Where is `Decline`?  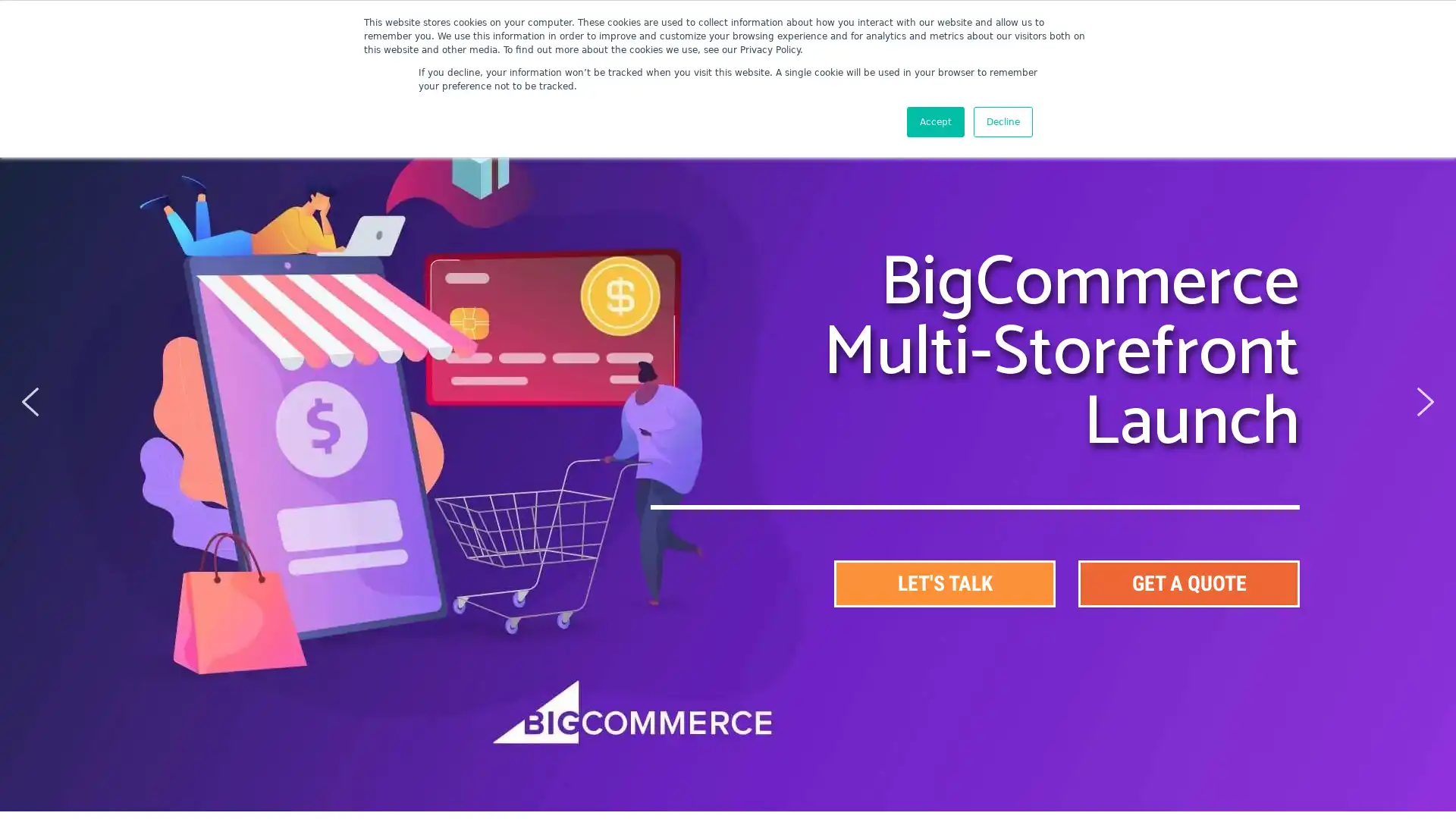
Decline is located at coordinates (1003, 121).